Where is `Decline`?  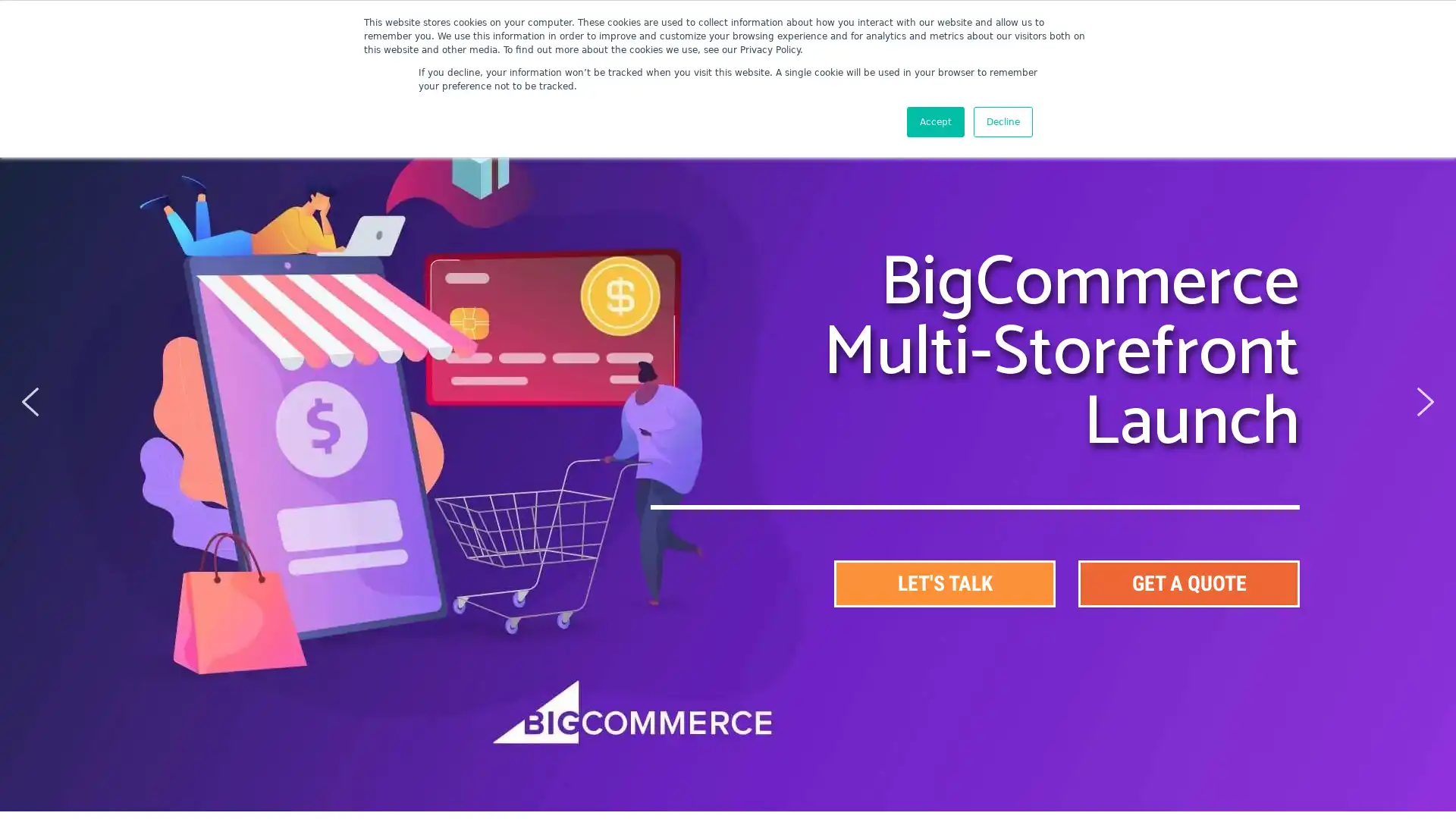
Decline is located at coordinates (1003, 121).